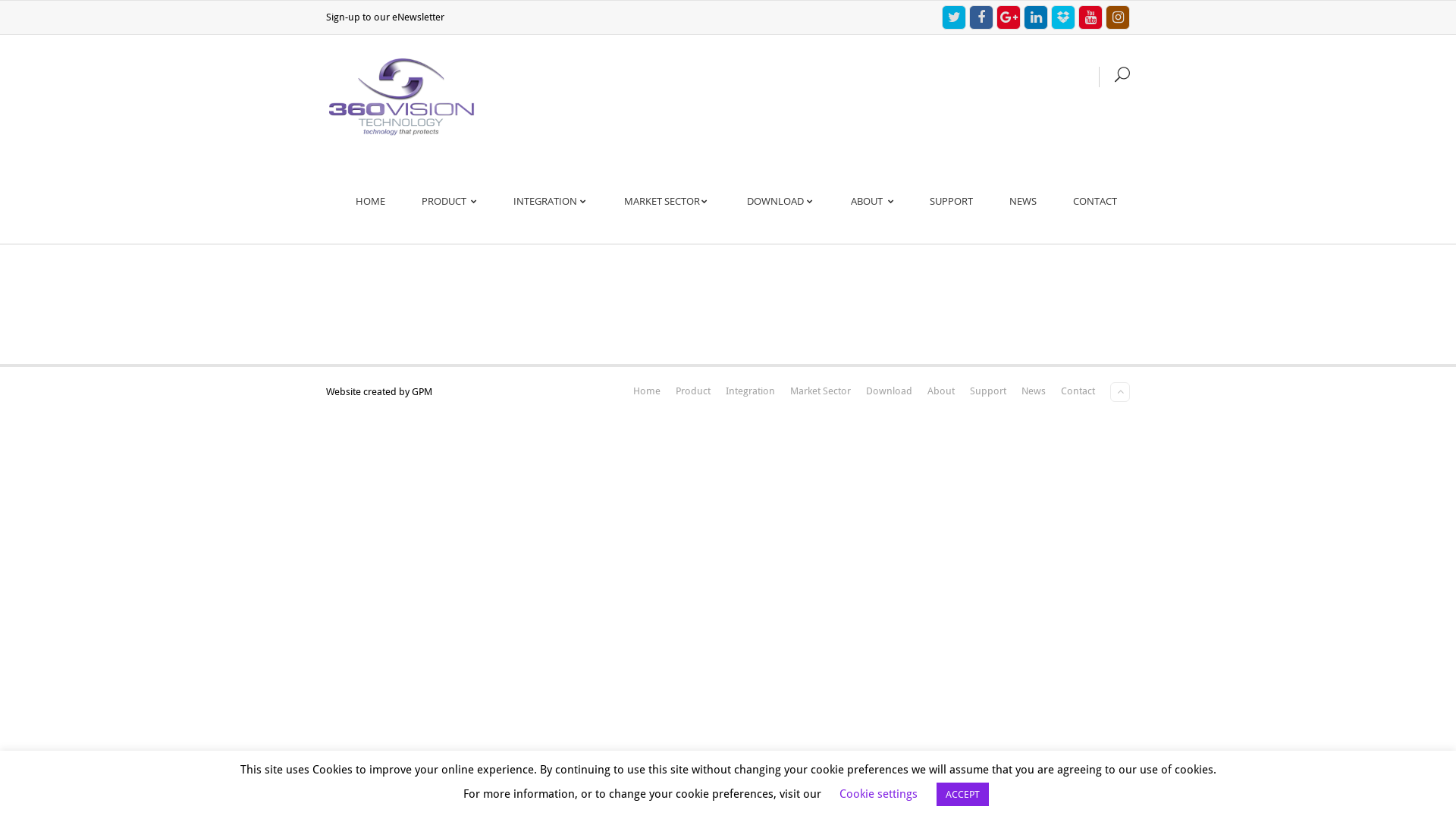 This screenshot has height=819, width=1456. Describe the element at coordinates (370, 200) in the screenshot. I see `'HOME'` at that location.